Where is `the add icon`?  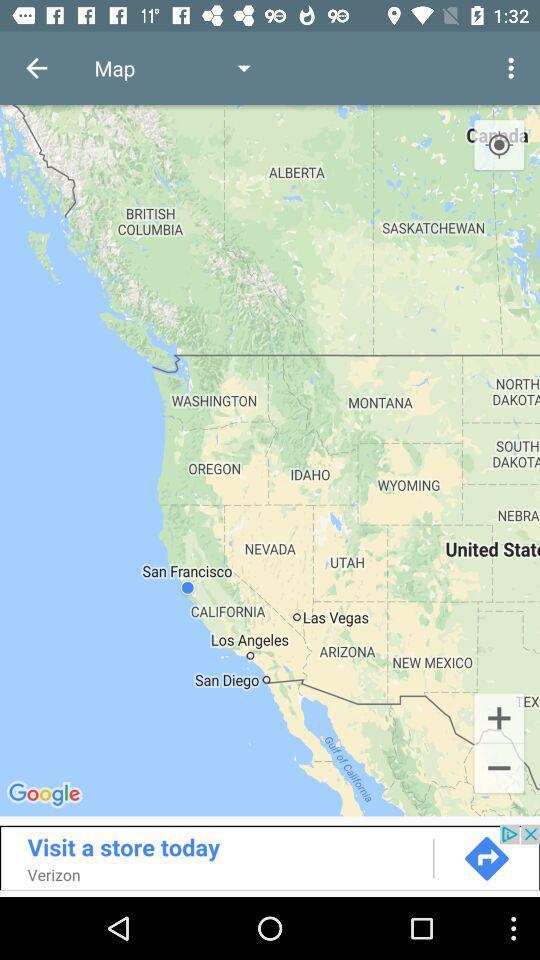 the add icon is located at coordinates (498, 717).